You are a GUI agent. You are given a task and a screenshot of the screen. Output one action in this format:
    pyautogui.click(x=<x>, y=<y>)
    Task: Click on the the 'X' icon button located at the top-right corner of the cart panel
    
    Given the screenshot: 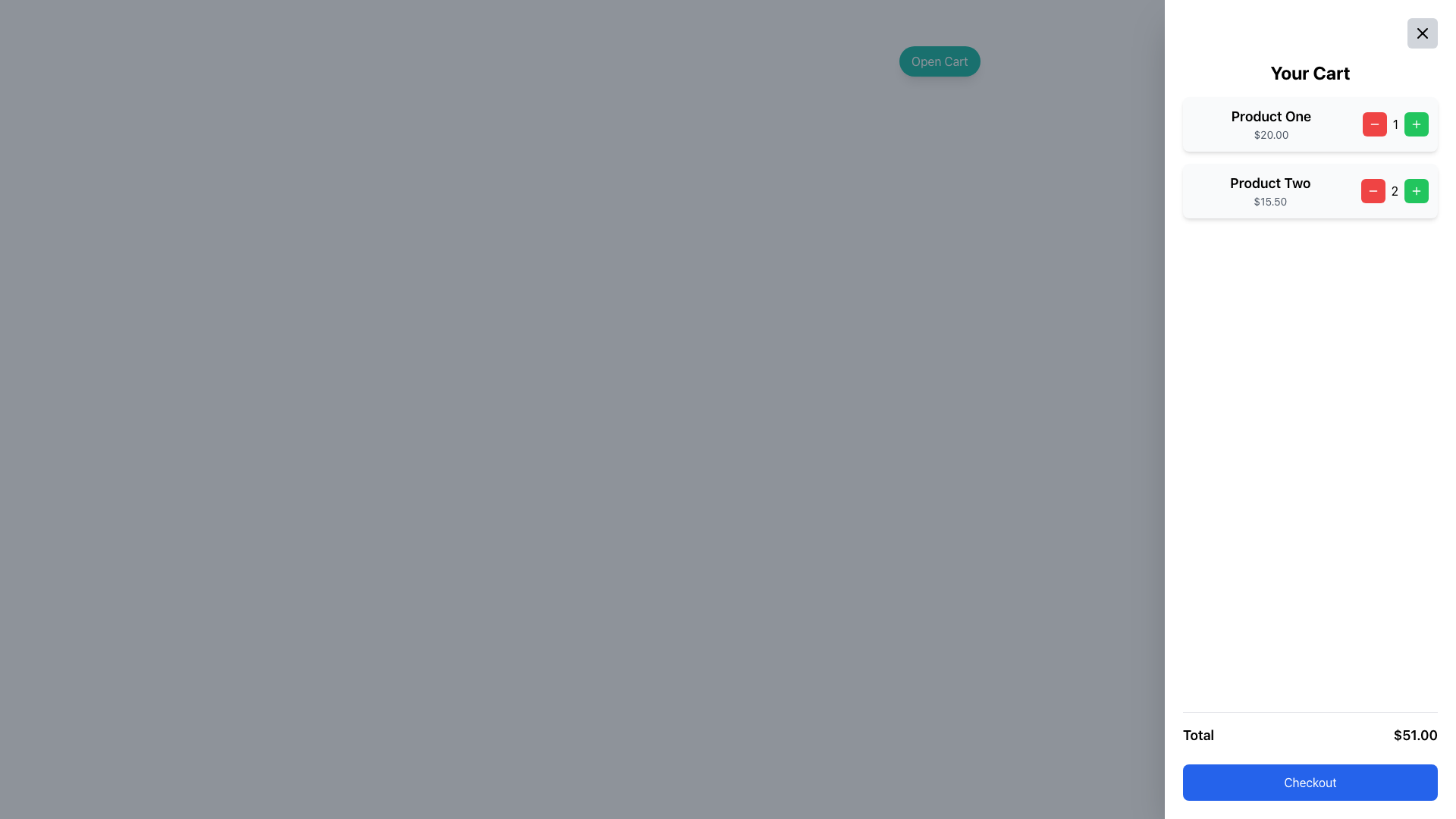 What is the action you would take?
    pyautogui.click(x=1422, y=33)
    